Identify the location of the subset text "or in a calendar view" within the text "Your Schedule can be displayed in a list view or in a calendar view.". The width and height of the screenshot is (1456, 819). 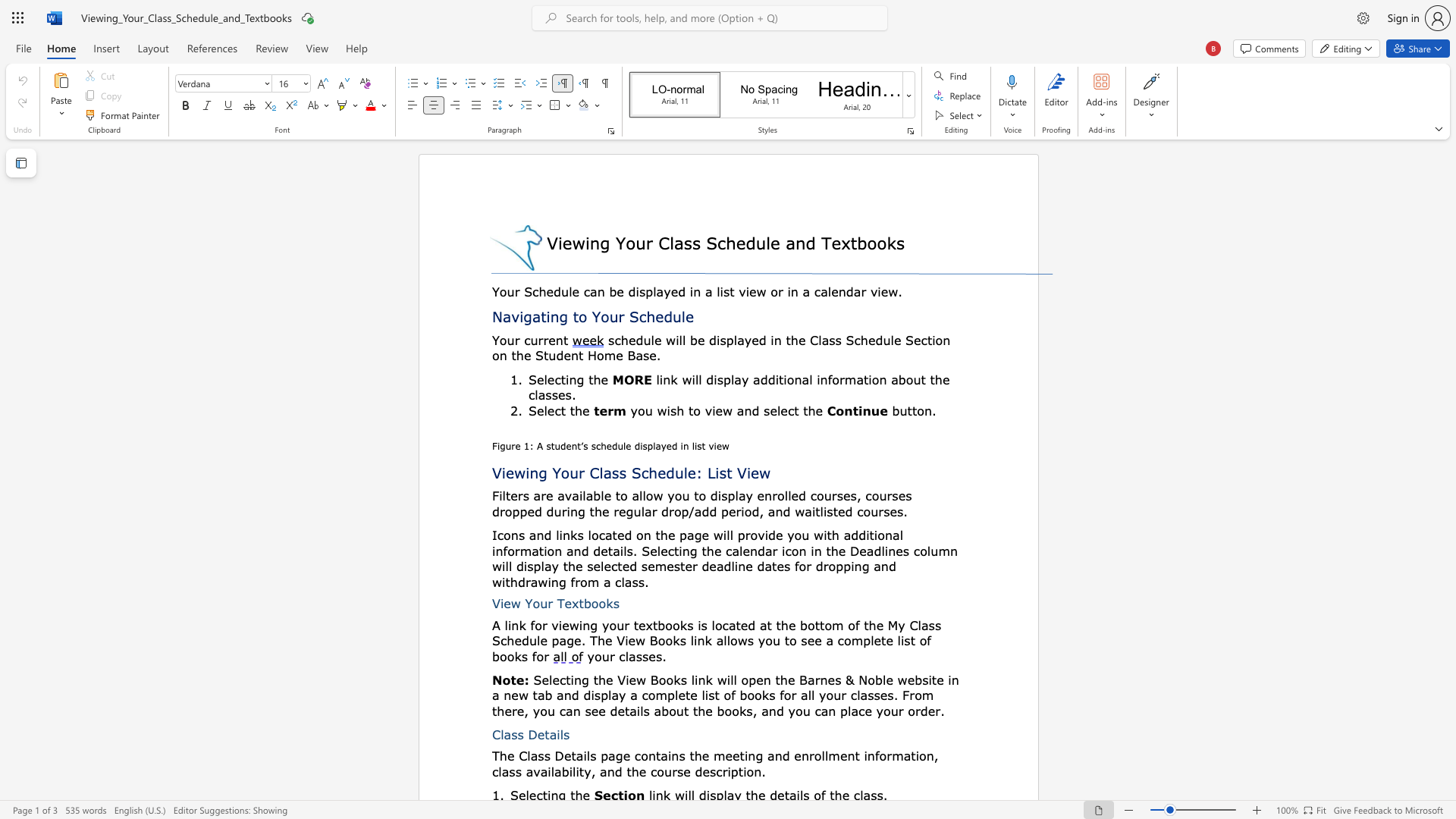
(770, 291).